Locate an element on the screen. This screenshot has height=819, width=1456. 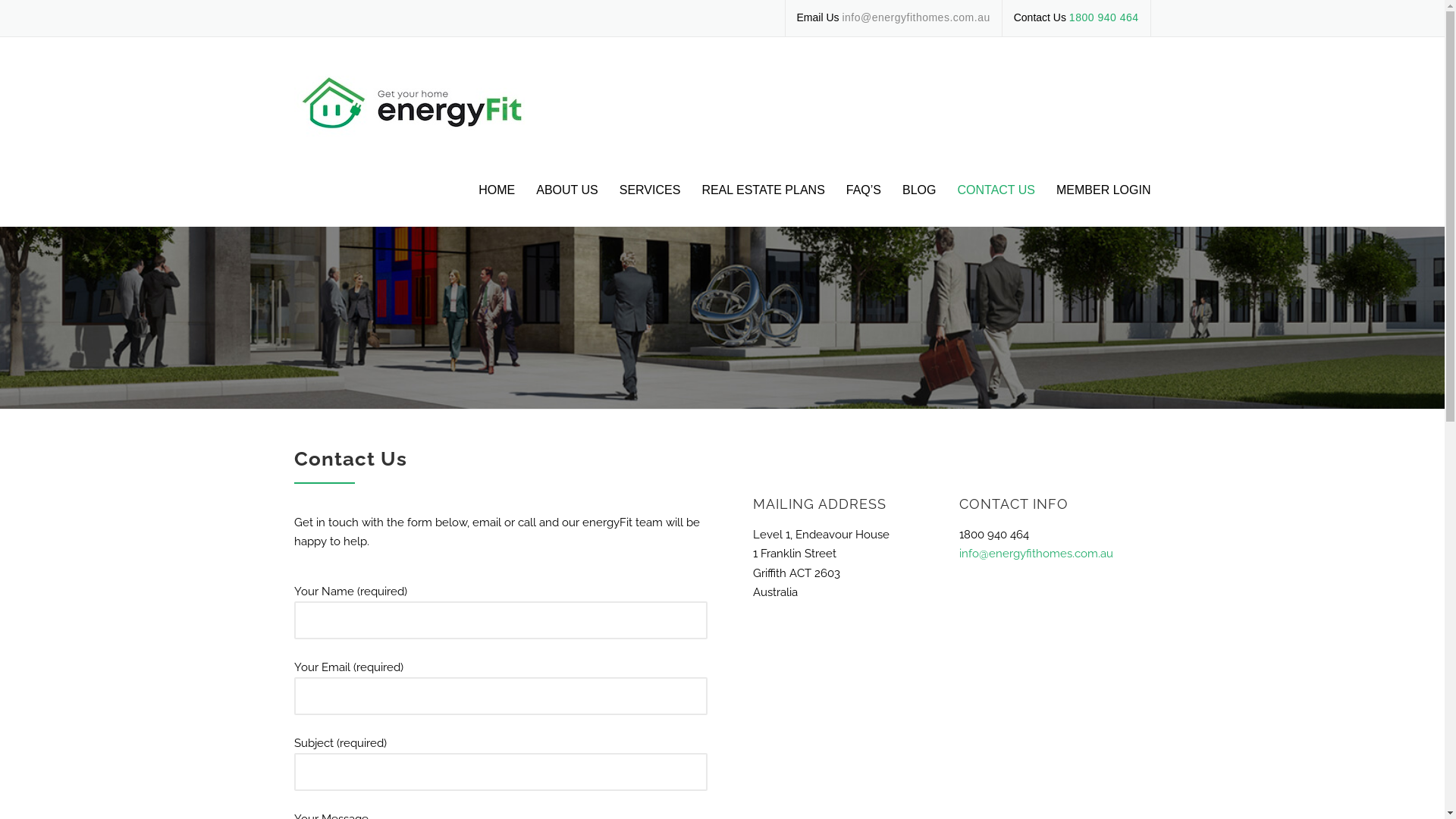
'BLOG' is located at coordinates (918, 202).